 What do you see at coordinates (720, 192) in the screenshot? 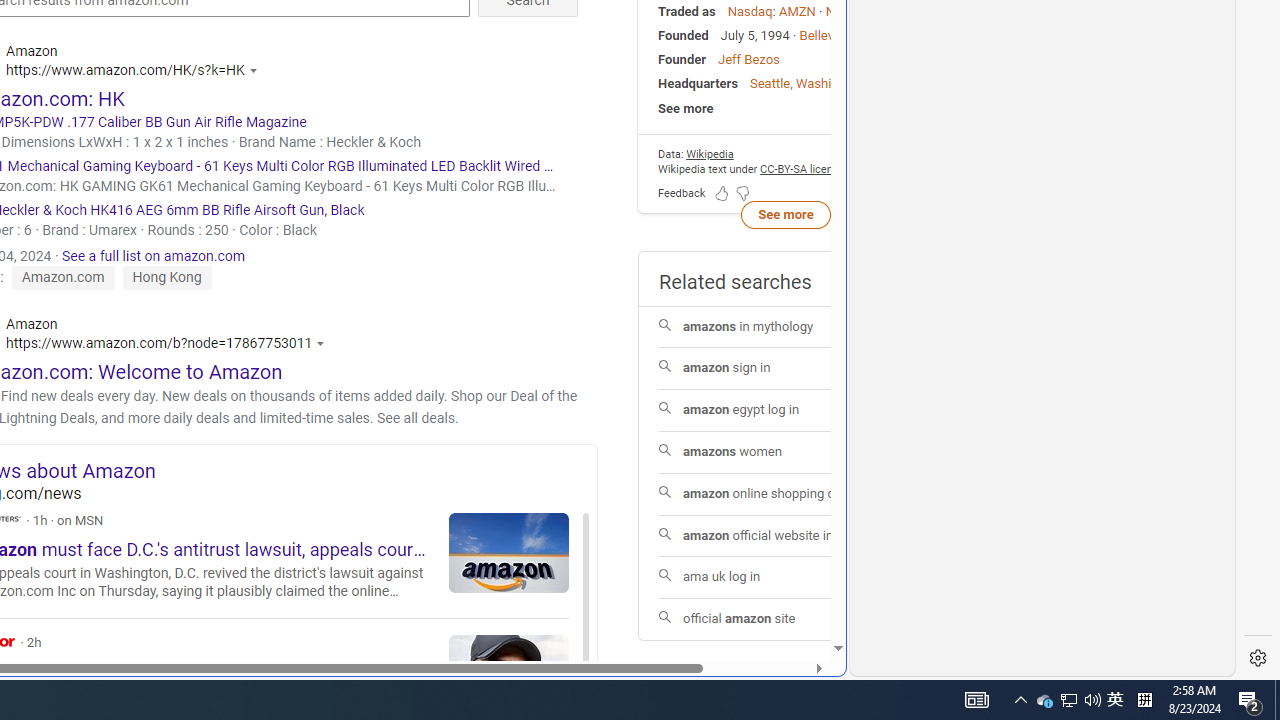
I see `'Feedback Like'` at bounding box center [720, 192].